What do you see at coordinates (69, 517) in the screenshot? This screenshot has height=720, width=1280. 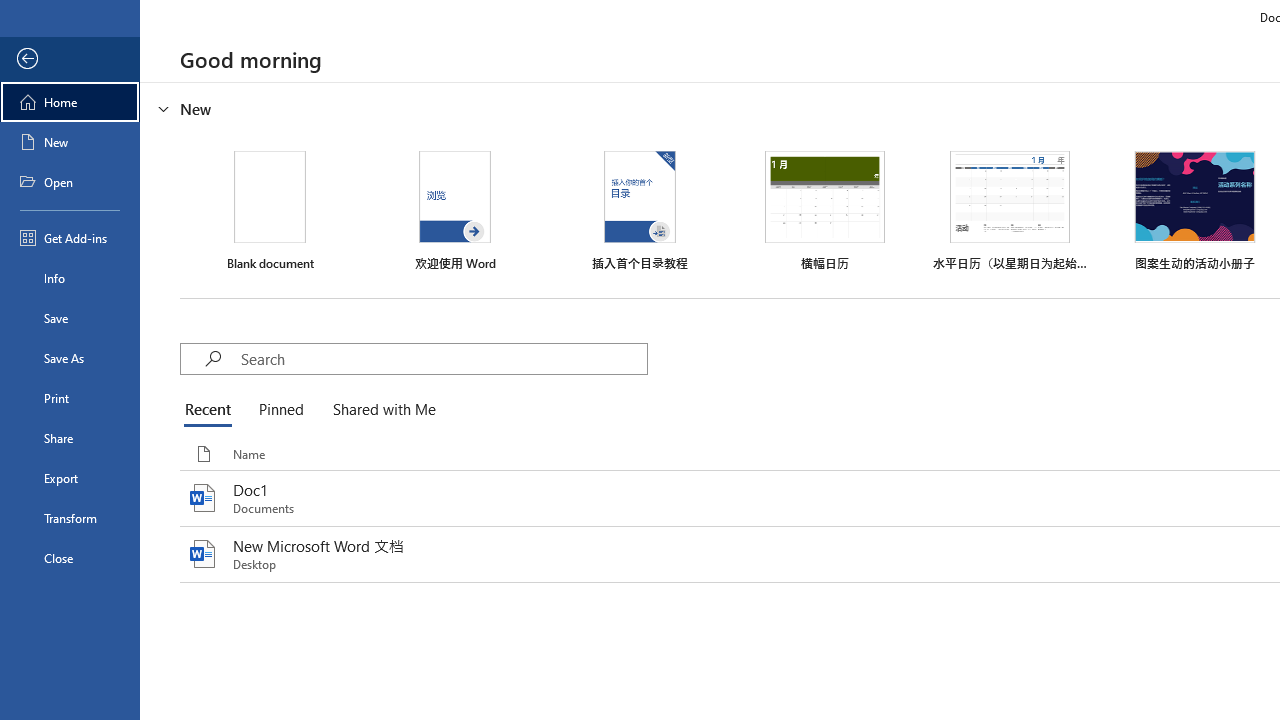 I see `'Transform'` at bounding box center [69, 517].